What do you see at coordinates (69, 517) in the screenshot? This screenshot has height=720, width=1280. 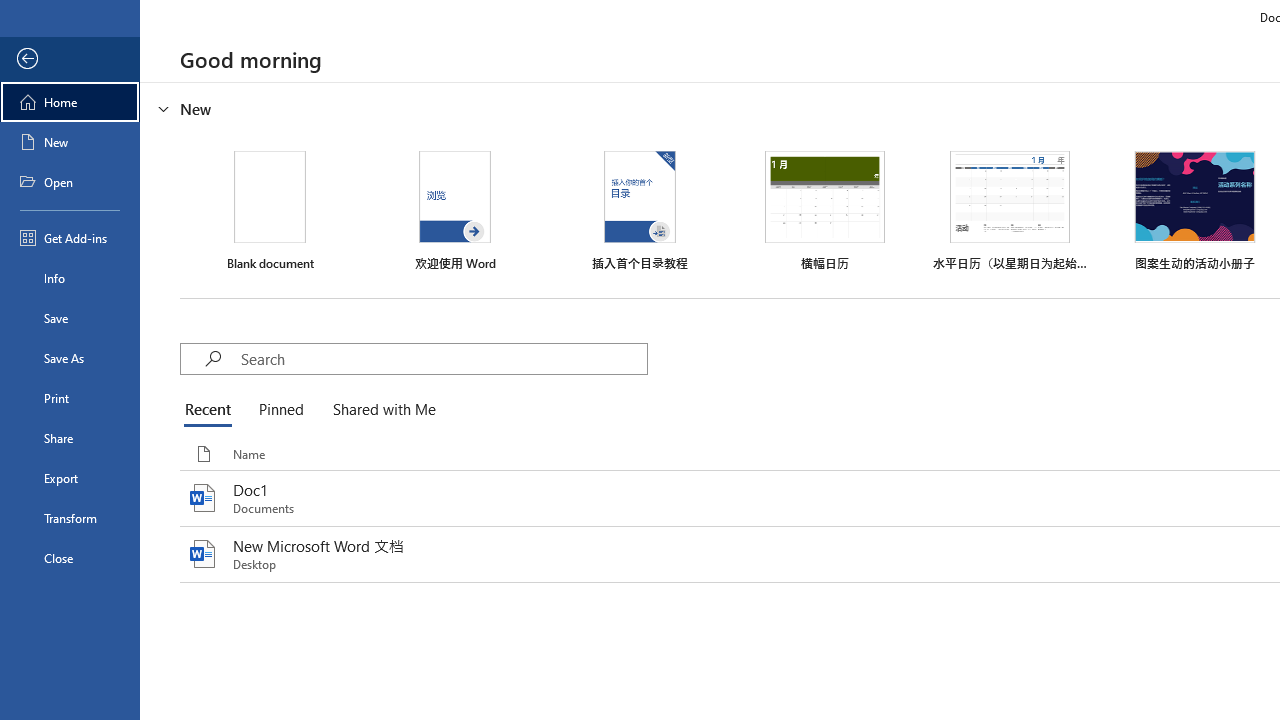 I see `'Transform'` at bounding box center [69, 517].